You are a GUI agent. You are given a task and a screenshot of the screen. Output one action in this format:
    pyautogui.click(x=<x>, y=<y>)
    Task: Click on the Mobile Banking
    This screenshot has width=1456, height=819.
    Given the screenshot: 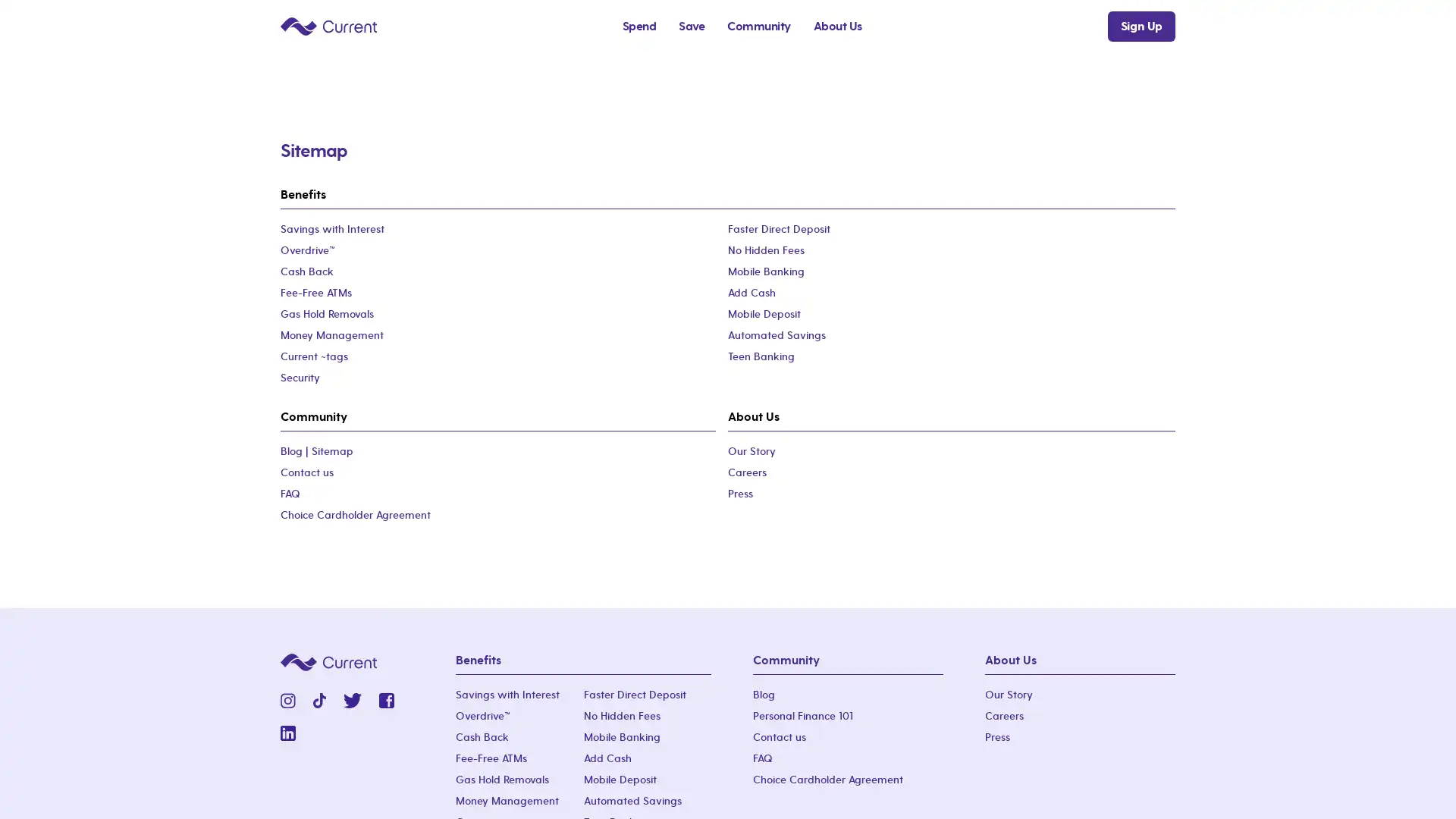 What is the action you would take?
    pyautogui.click(x=621, y=736)
    